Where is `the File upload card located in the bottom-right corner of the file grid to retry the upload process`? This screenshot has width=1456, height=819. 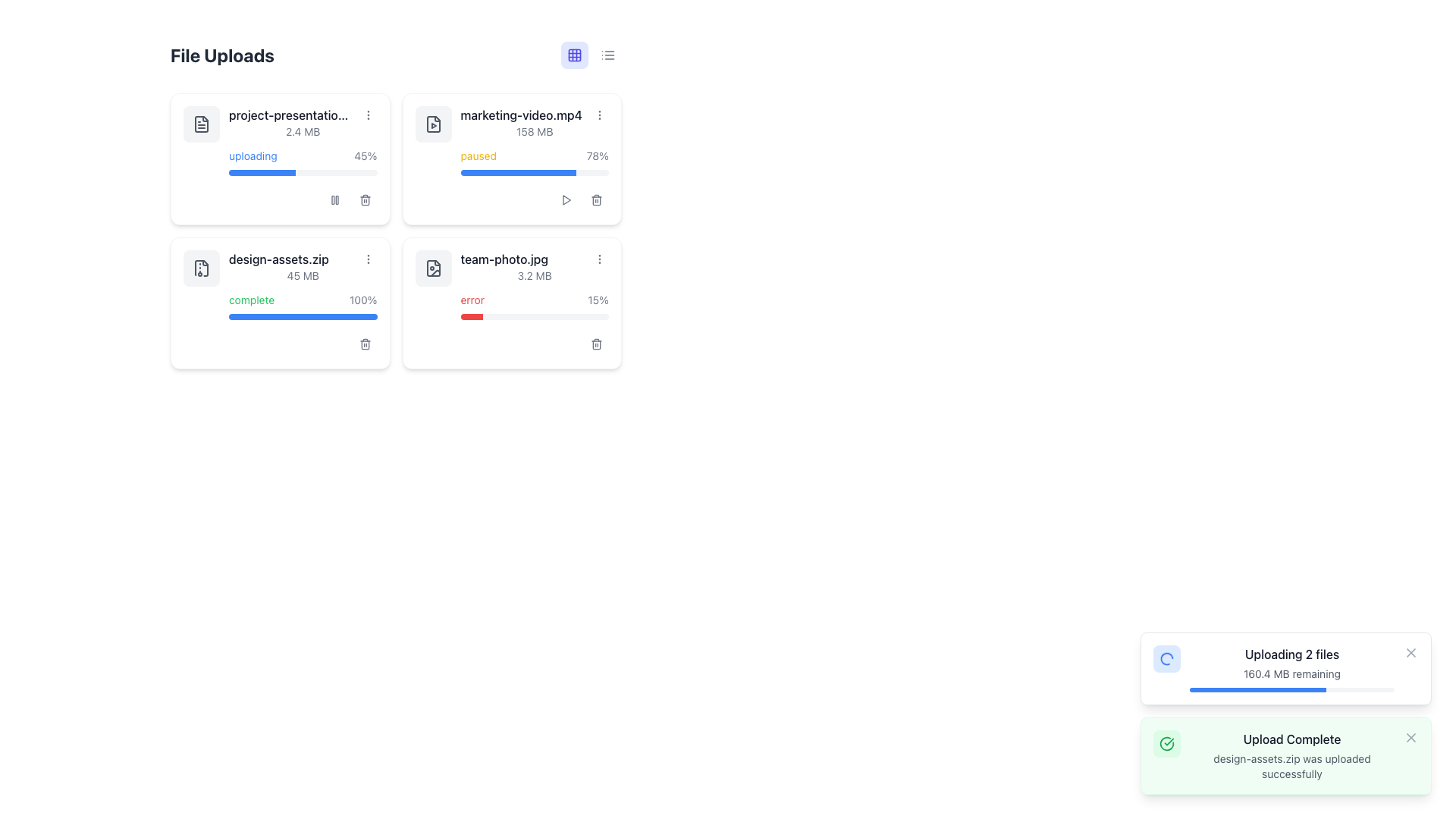
the File upload card located in the bottom-right corner of the file grid to retry the upload process is located at coordinates (512, 303).